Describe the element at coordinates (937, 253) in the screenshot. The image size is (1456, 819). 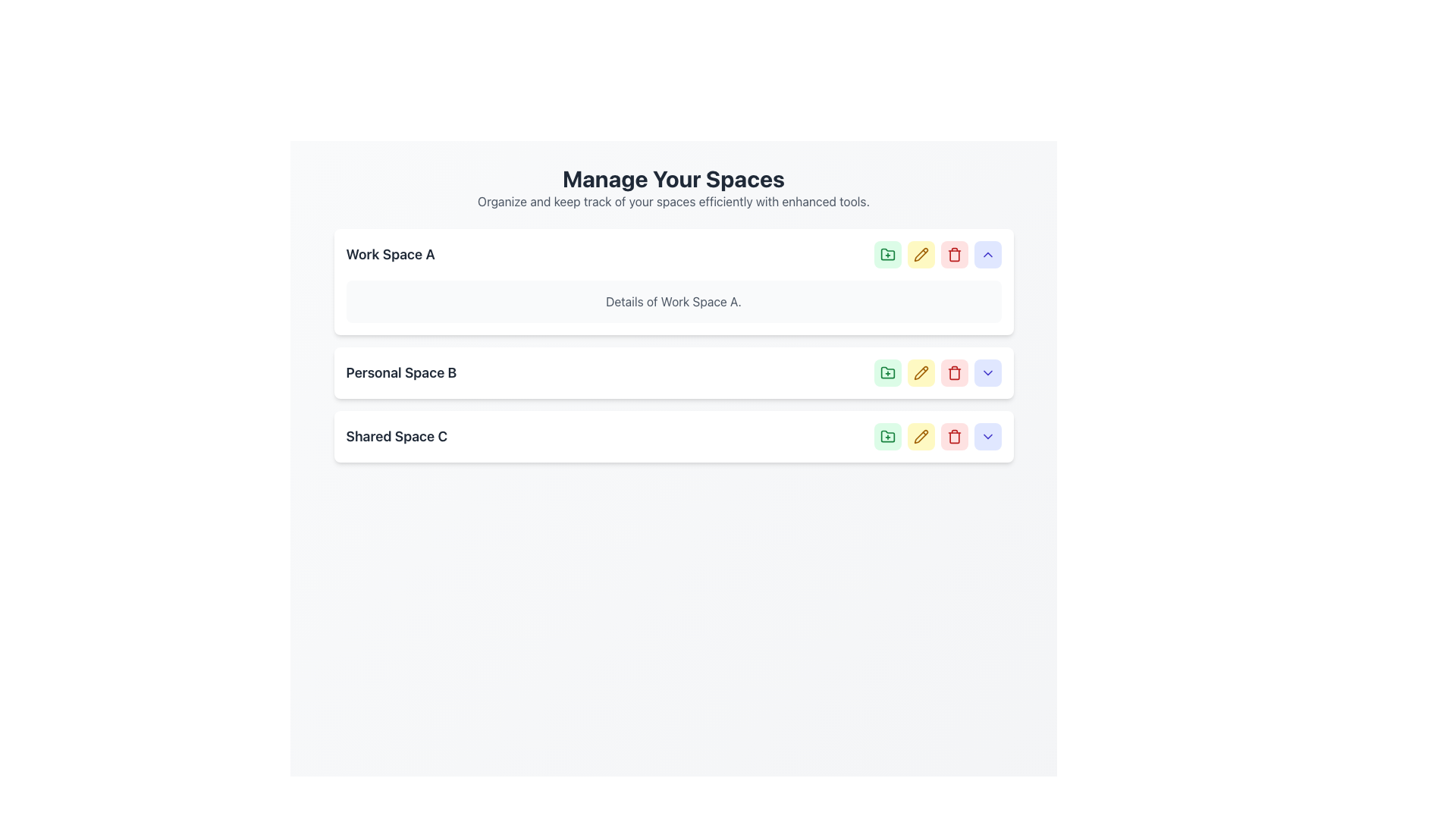
I see `any action button within the 'Manage Your Spaces' section related to 'Work Space A'` at that location.